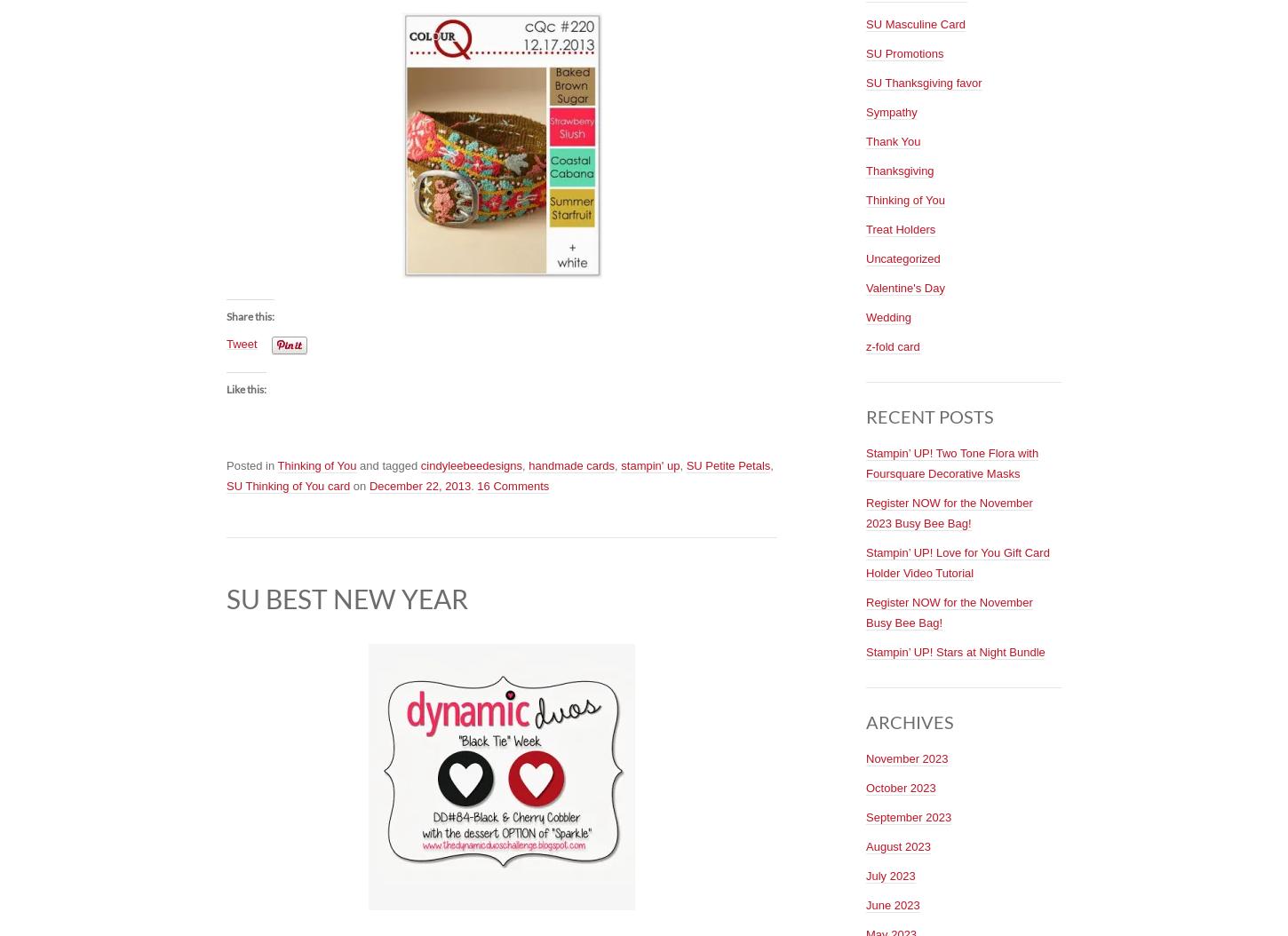 This screenshot has width=1288, height=936. Describe the element at coordinates (888, 316) in the screenshot. I see `'Wedding'` at that location.